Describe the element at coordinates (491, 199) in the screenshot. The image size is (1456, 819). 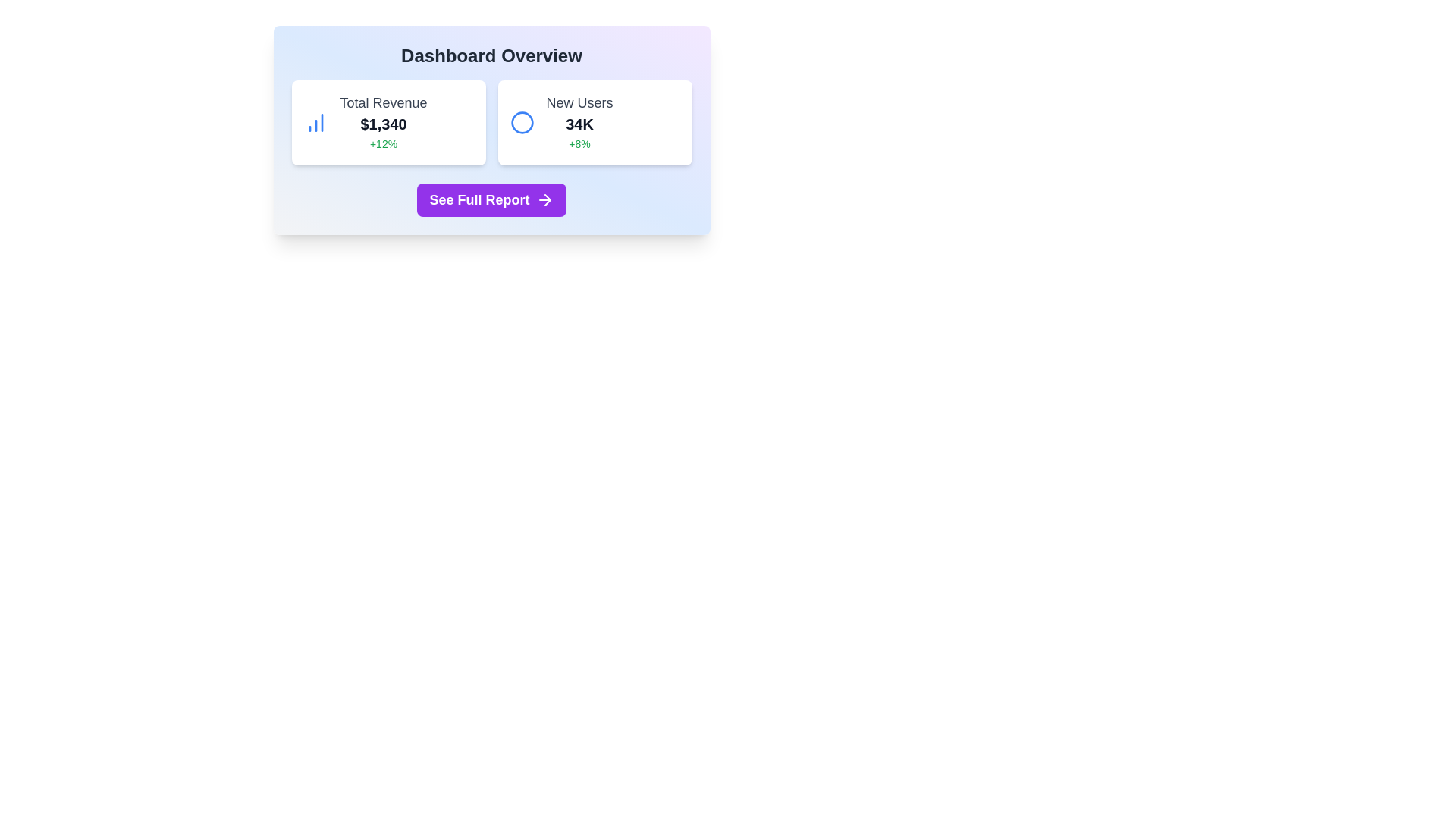
I see `the button located at the bottom of the 'Dashboard Overview' card` at that location.